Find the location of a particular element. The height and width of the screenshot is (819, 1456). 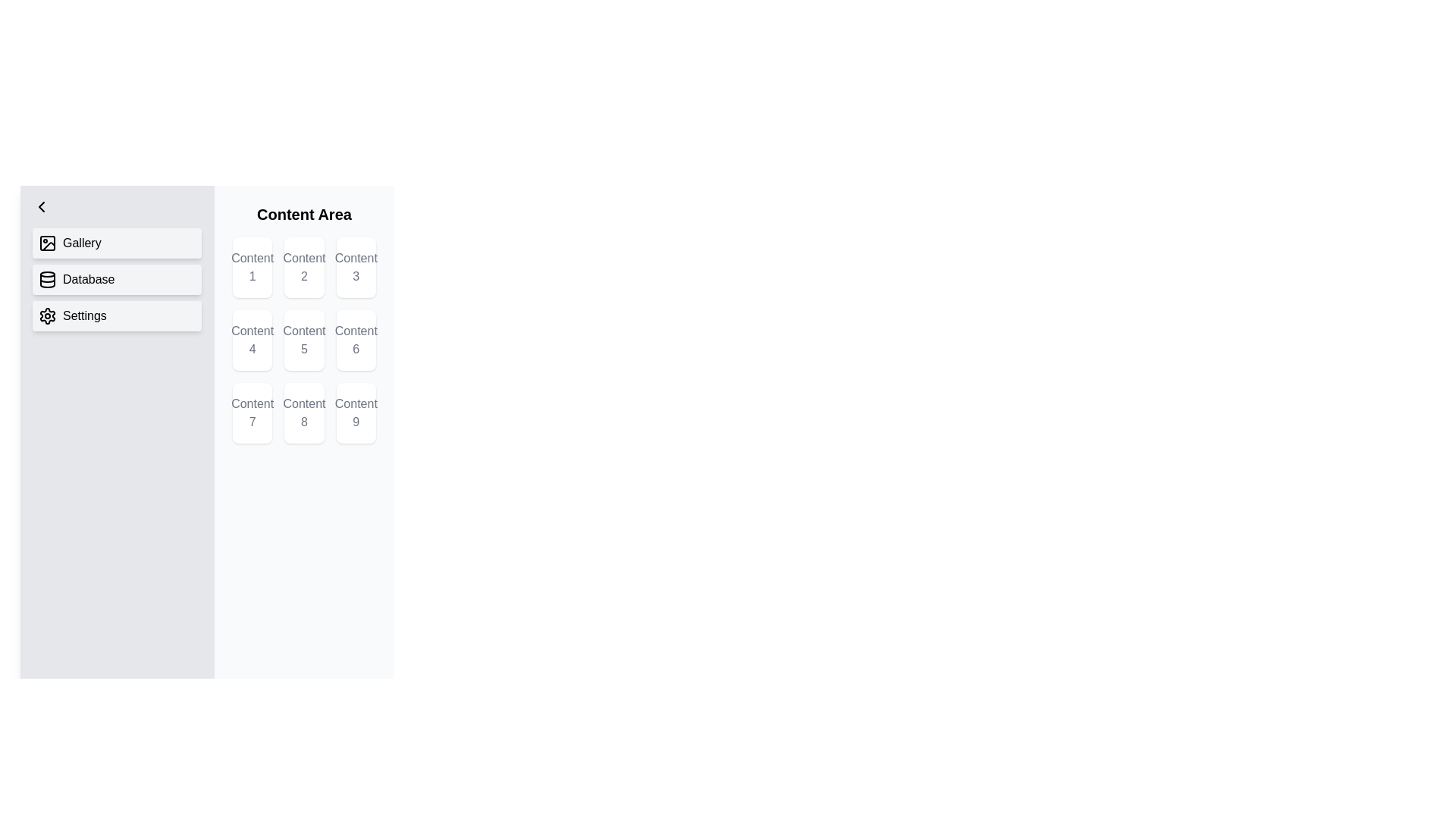

the navigational button for the 'Content 5' section, located in the middle of the second row of a 3x3 grid layout is located at coordinates (303, 339).